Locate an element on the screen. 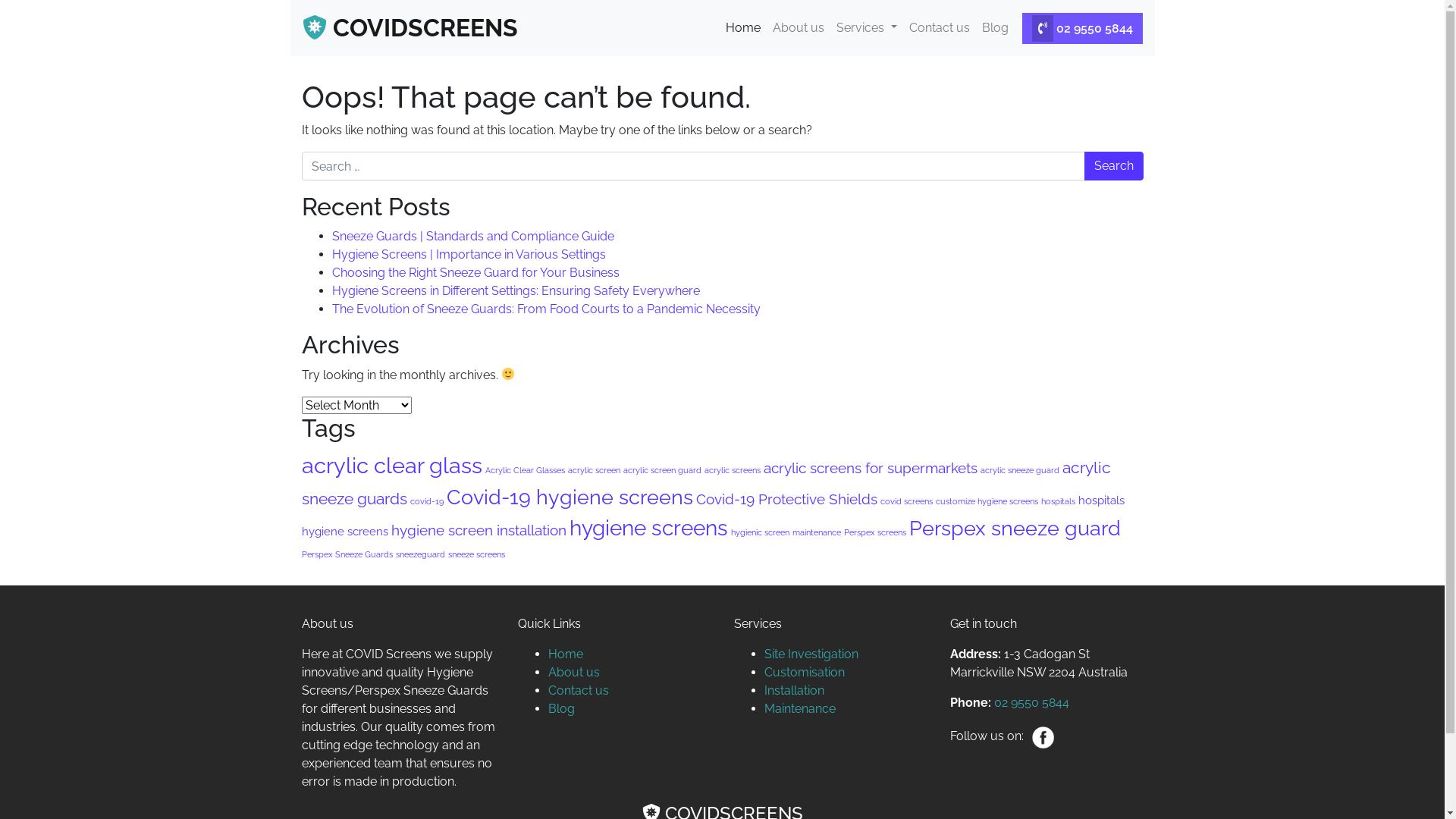 This screenshot has width=1456, height=819. 'About us' is located at coordinates (572, 671).